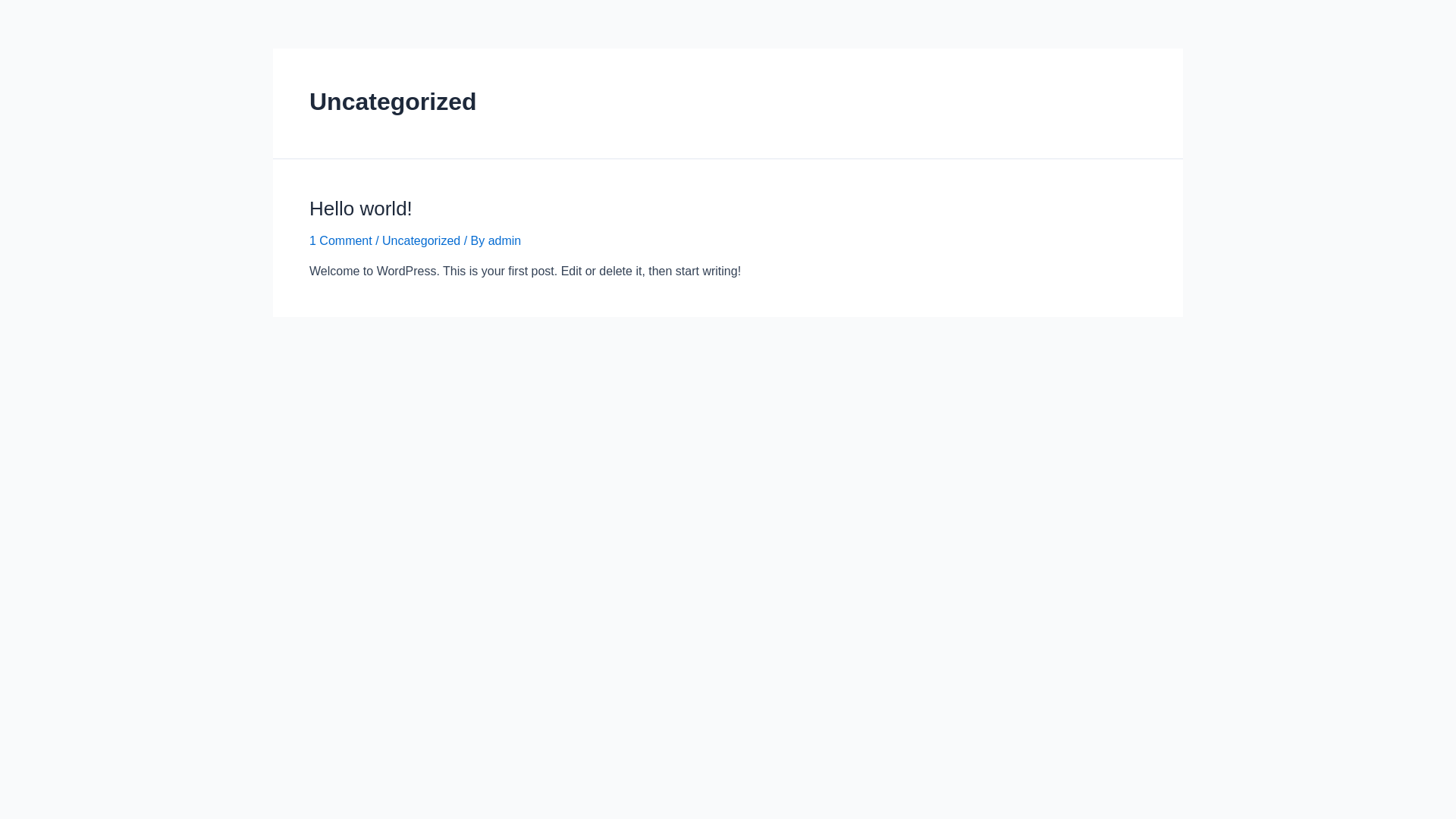 Image resolution: width=1456 pixels, height=819 pixels. What do you see at coordinates (421, 240) in the screenshot?
I see `'Uncategorized'` at bounding box center [421, 240].